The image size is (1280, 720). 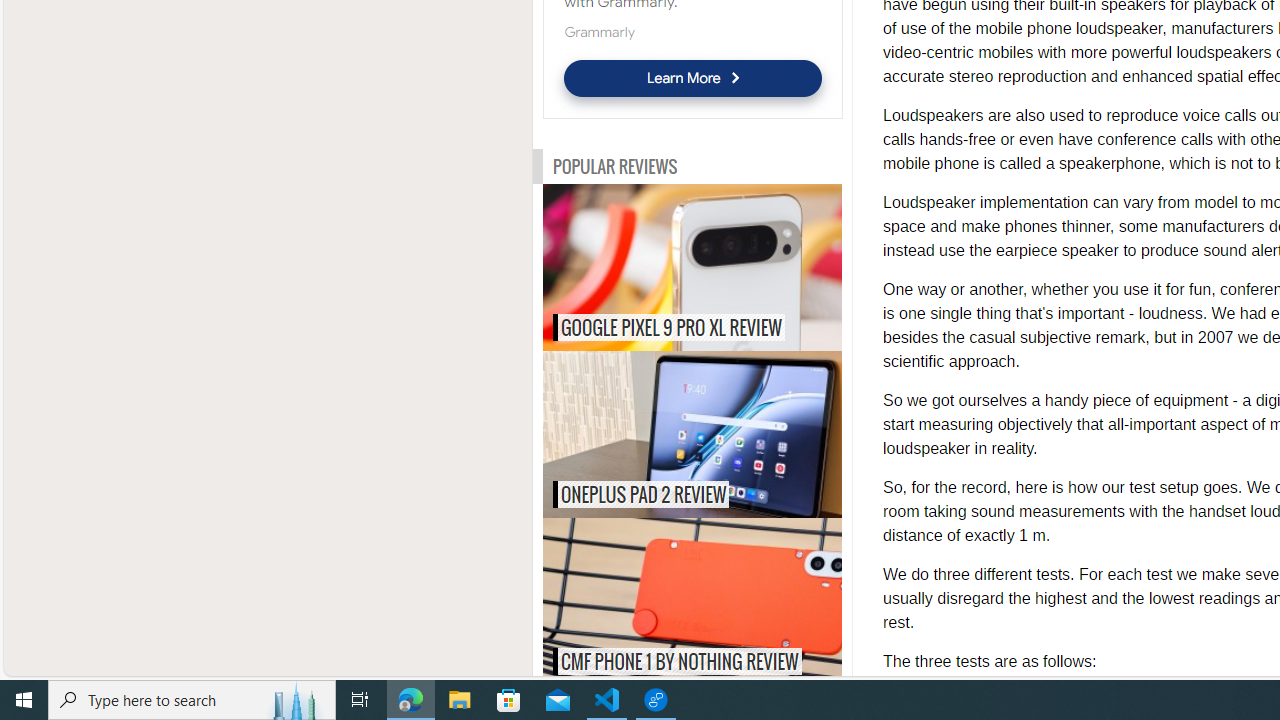 What do you see at coordinates (692, 600) in the screenshot?
I see `'CMF Phone 1 by Nothing review CMF PHONE 1 BY NOTHING REVIEW'` at bounding box center [692, 600].